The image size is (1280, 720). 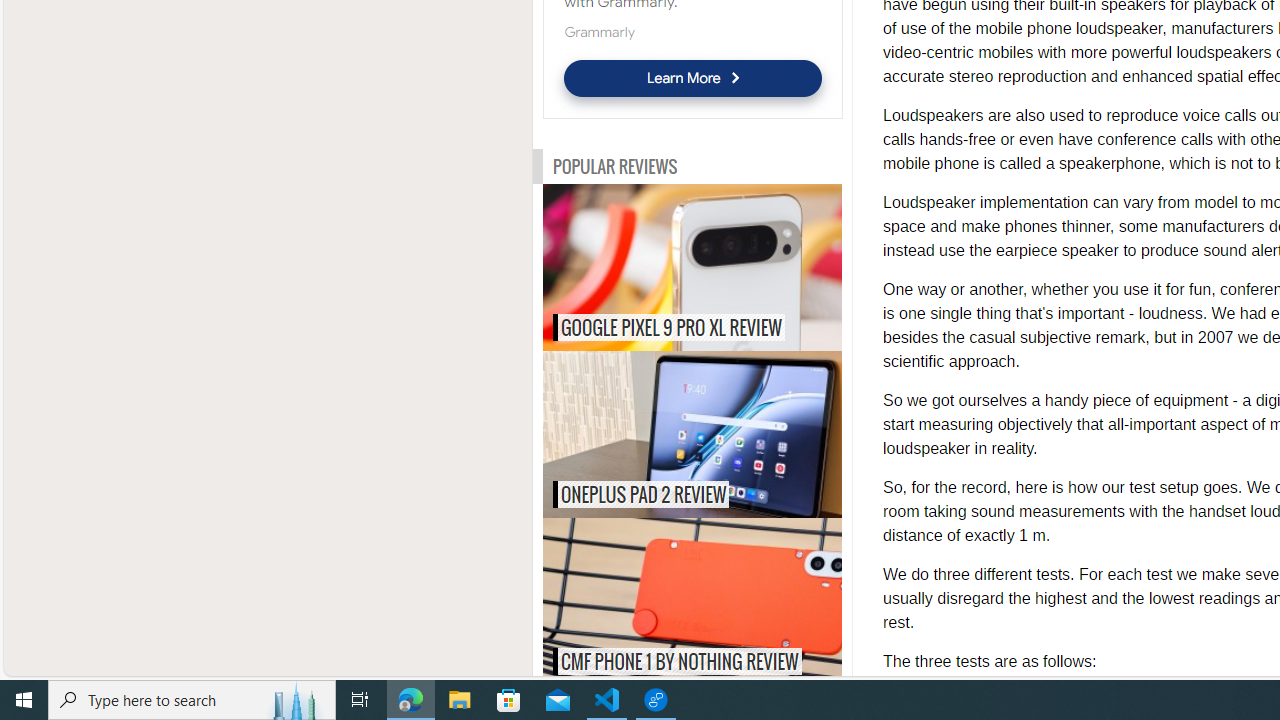 What do you see at coordinates (692, 600) in the screenshot?
I see `'CMF Phone 1 by Nothing review CMF PHONE 1 BY NOTHING REVIEW'` at bounding box center [692, 600].